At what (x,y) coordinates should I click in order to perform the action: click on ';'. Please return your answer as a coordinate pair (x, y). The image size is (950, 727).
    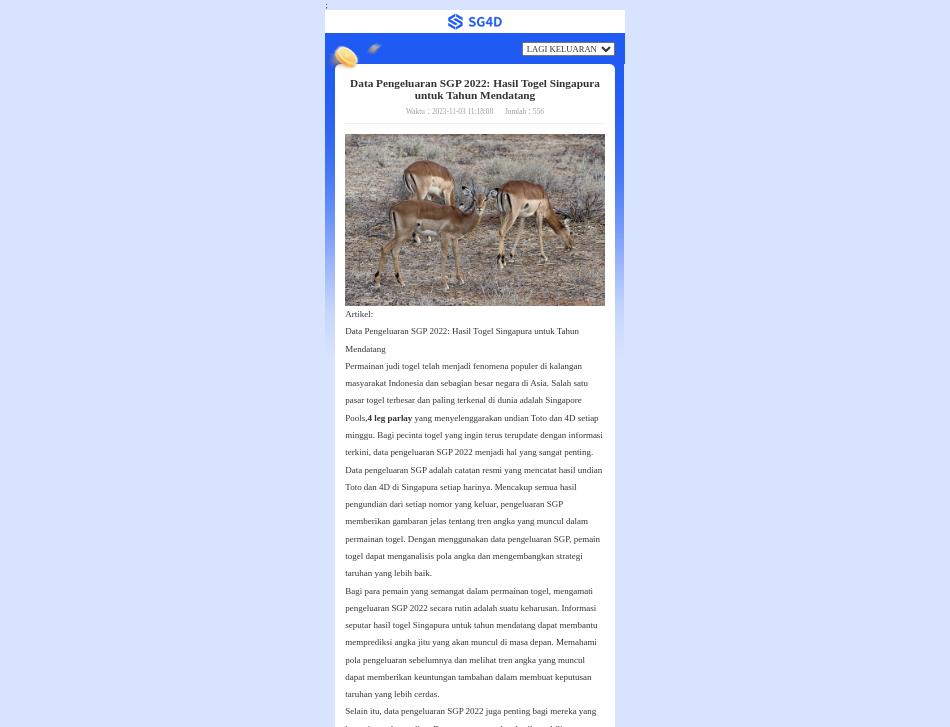
    Looking at the image, I should click on (323, 5).